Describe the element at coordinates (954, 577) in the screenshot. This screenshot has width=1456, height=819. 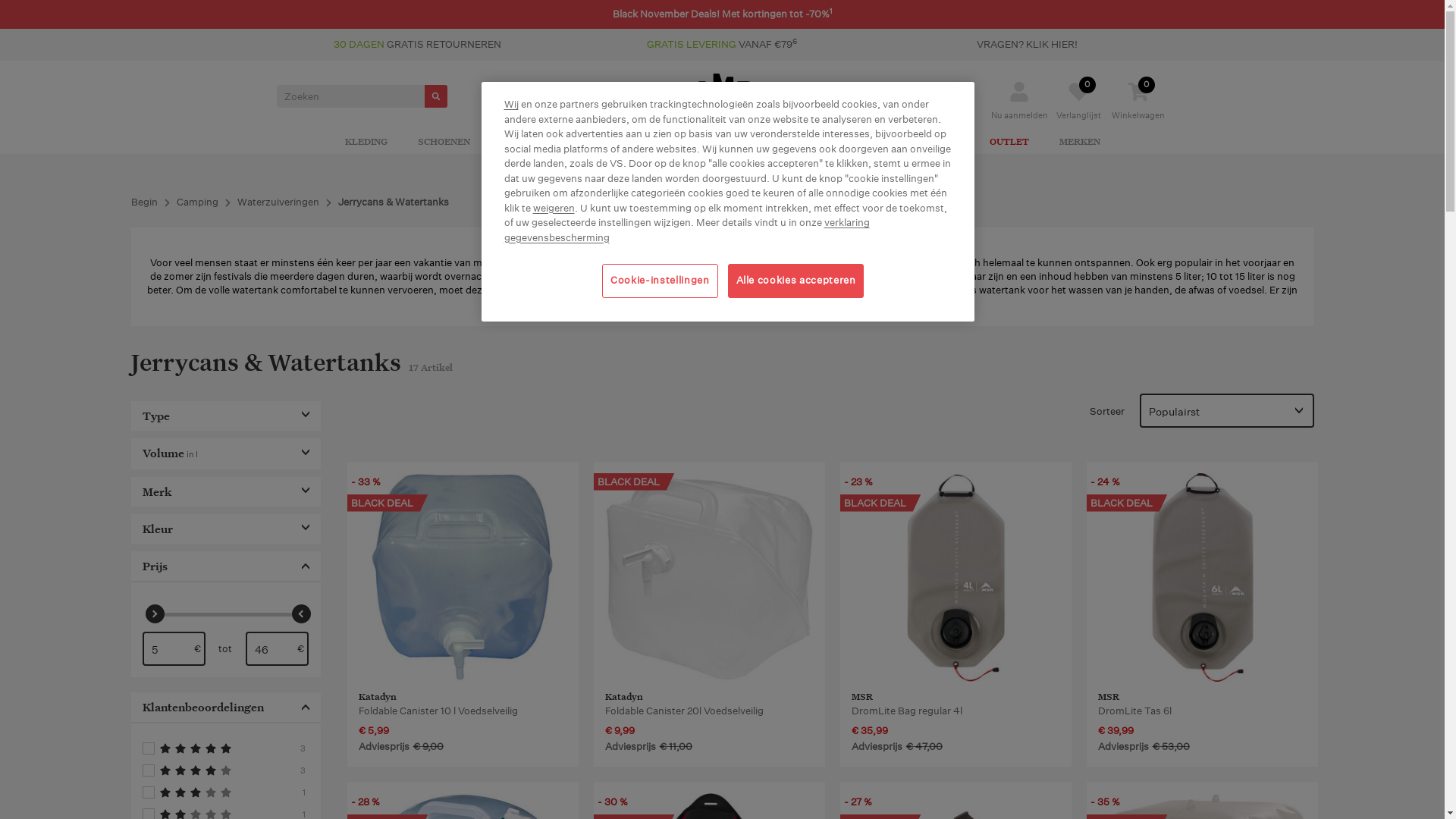
I see `'MSR DromLite Tas Regular '` at that location.